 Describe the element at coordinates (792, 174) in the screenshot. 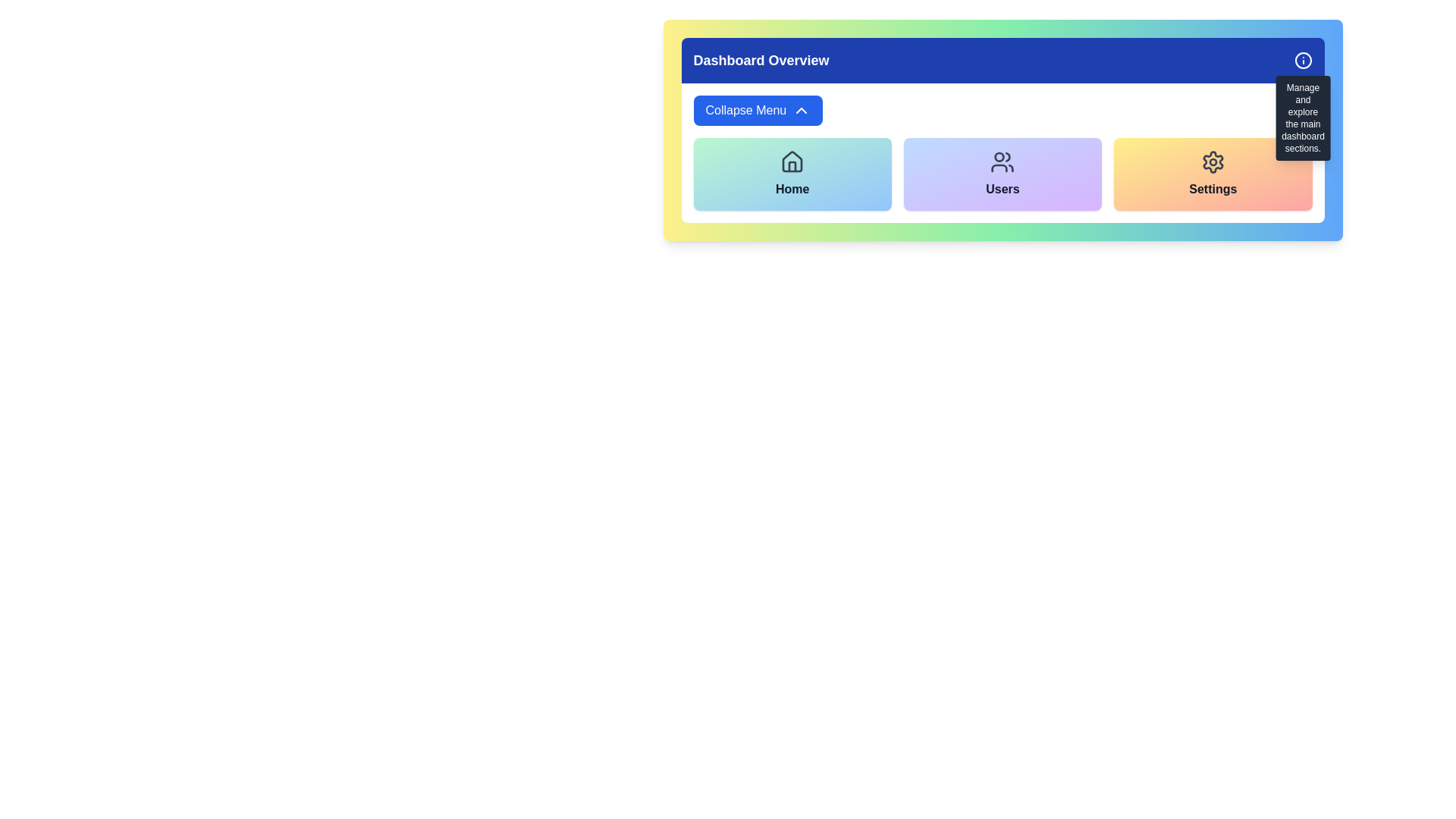

I see `the 'Home' button with a green to blue gradient background, which includes a house icon and bold dark gray text` at that location.